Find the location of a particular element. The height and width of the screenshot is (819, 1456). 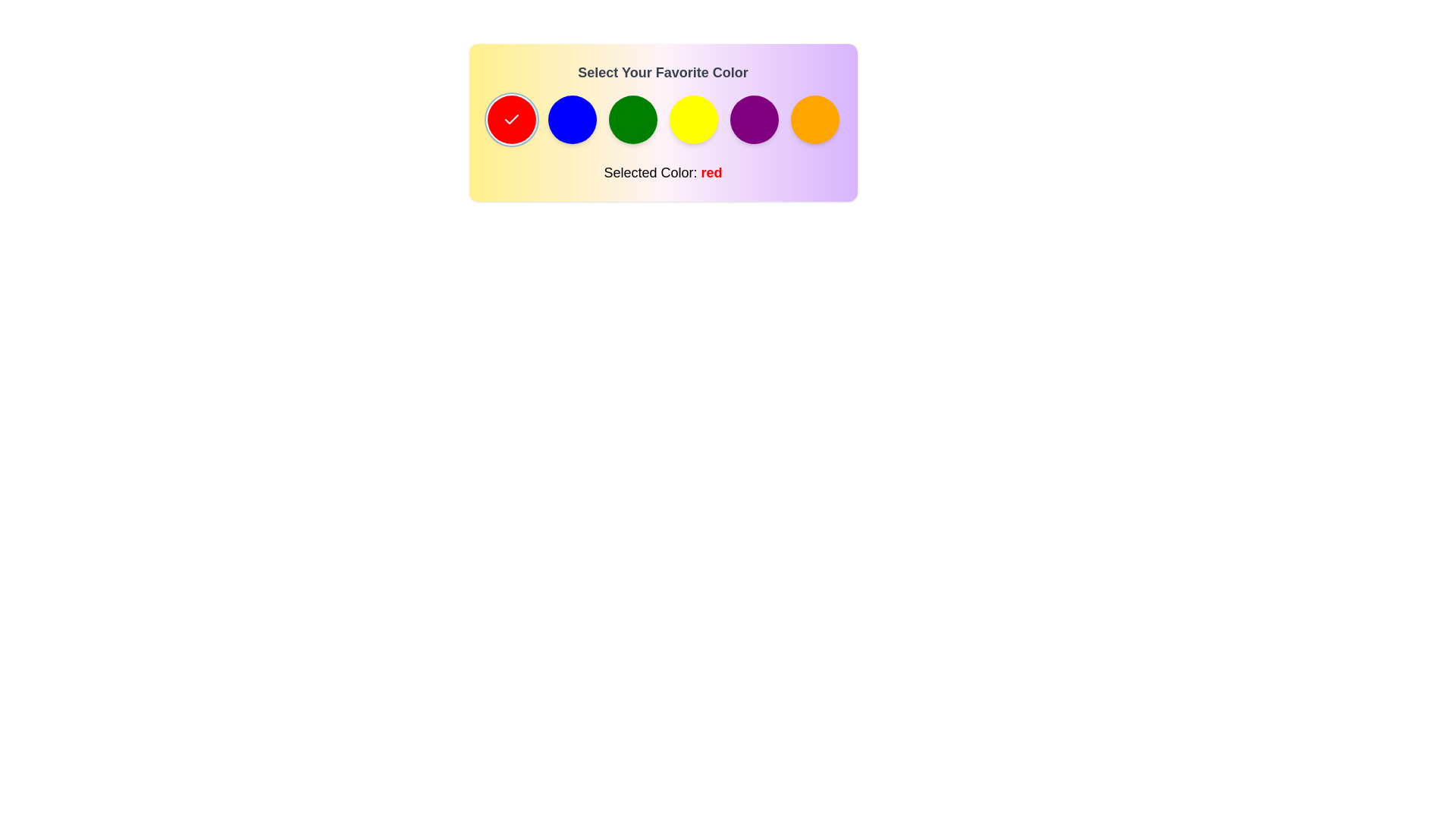

the color yellow from the palette is located at coordinates (692, 119).